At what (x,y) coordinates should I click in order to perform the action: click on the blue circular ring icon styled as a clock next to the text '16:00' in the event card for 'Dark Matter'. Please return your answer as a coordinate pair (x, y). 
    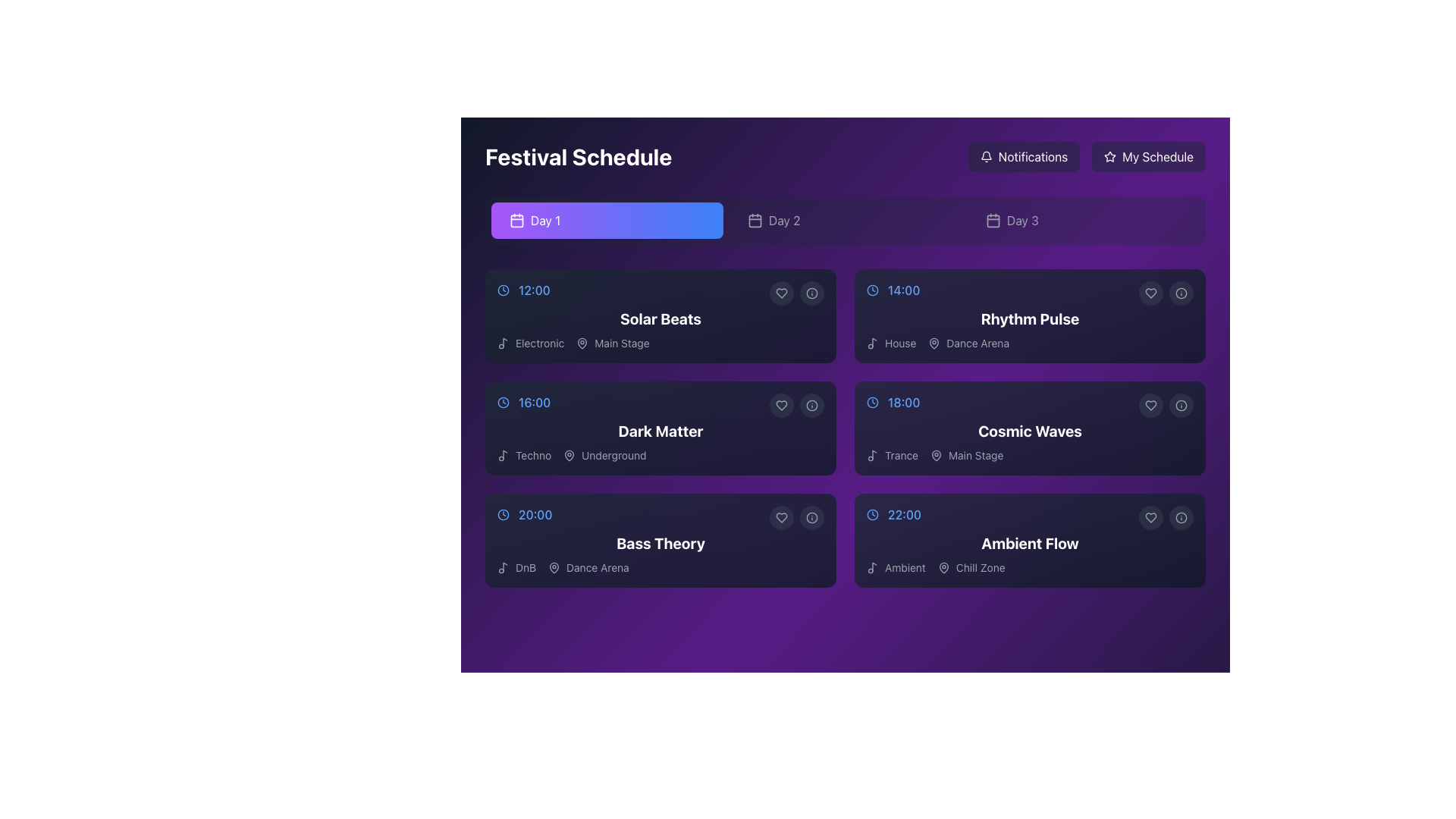
    Looking at the image, I should click on (503, 402).